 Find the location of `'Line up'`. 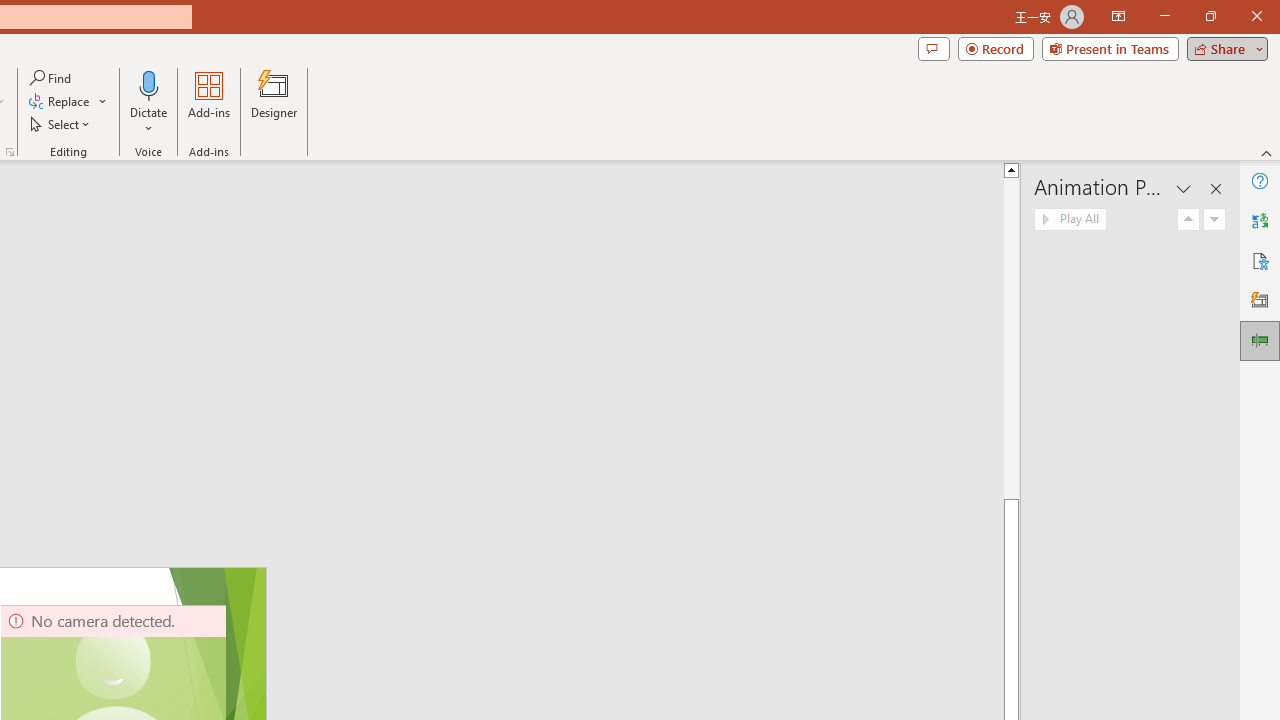

'Line up' is located at coordinates (1011, 168).